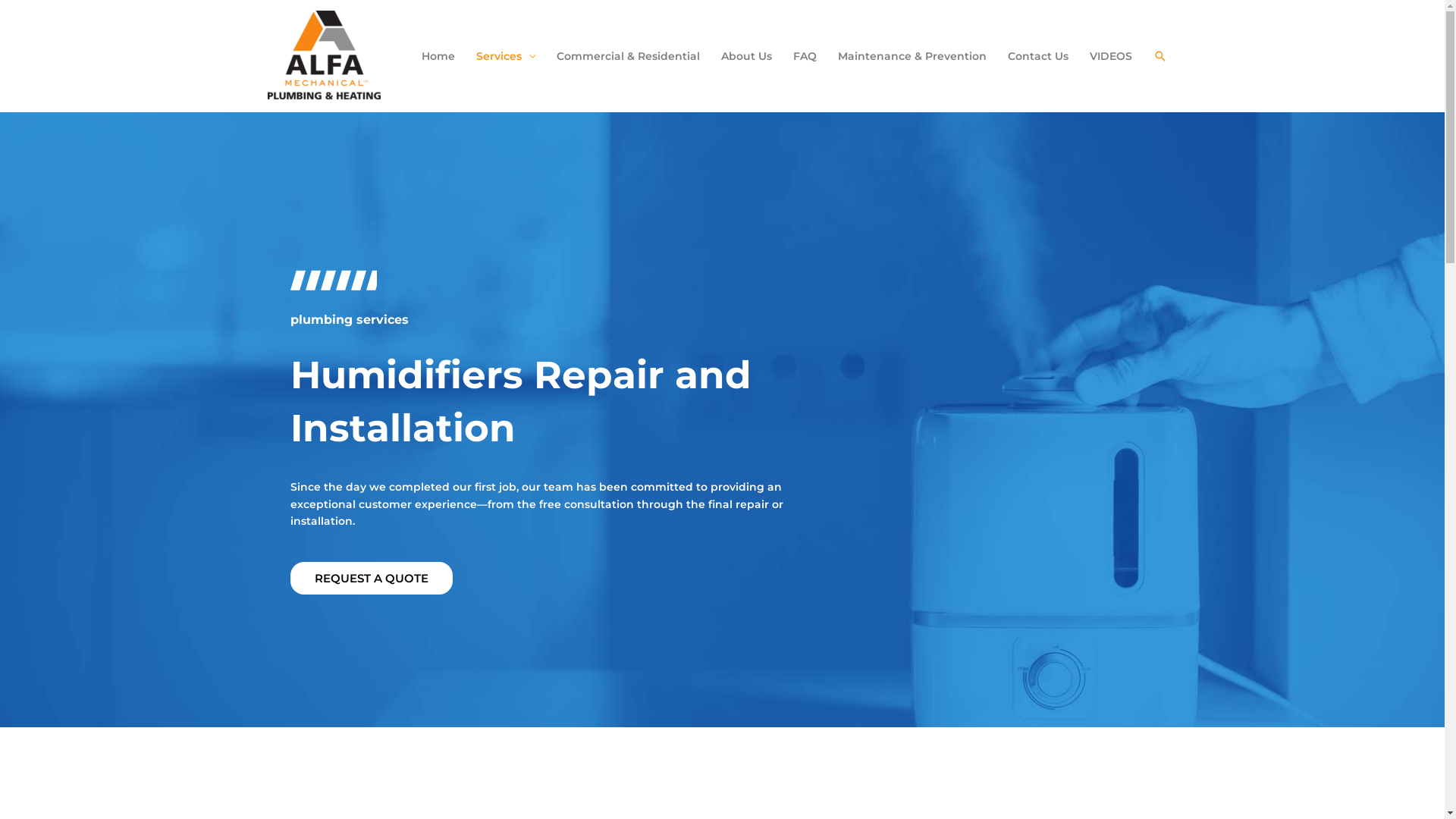 The image size is (1456, 819). I want to click on 'Services', so click(506, 55).